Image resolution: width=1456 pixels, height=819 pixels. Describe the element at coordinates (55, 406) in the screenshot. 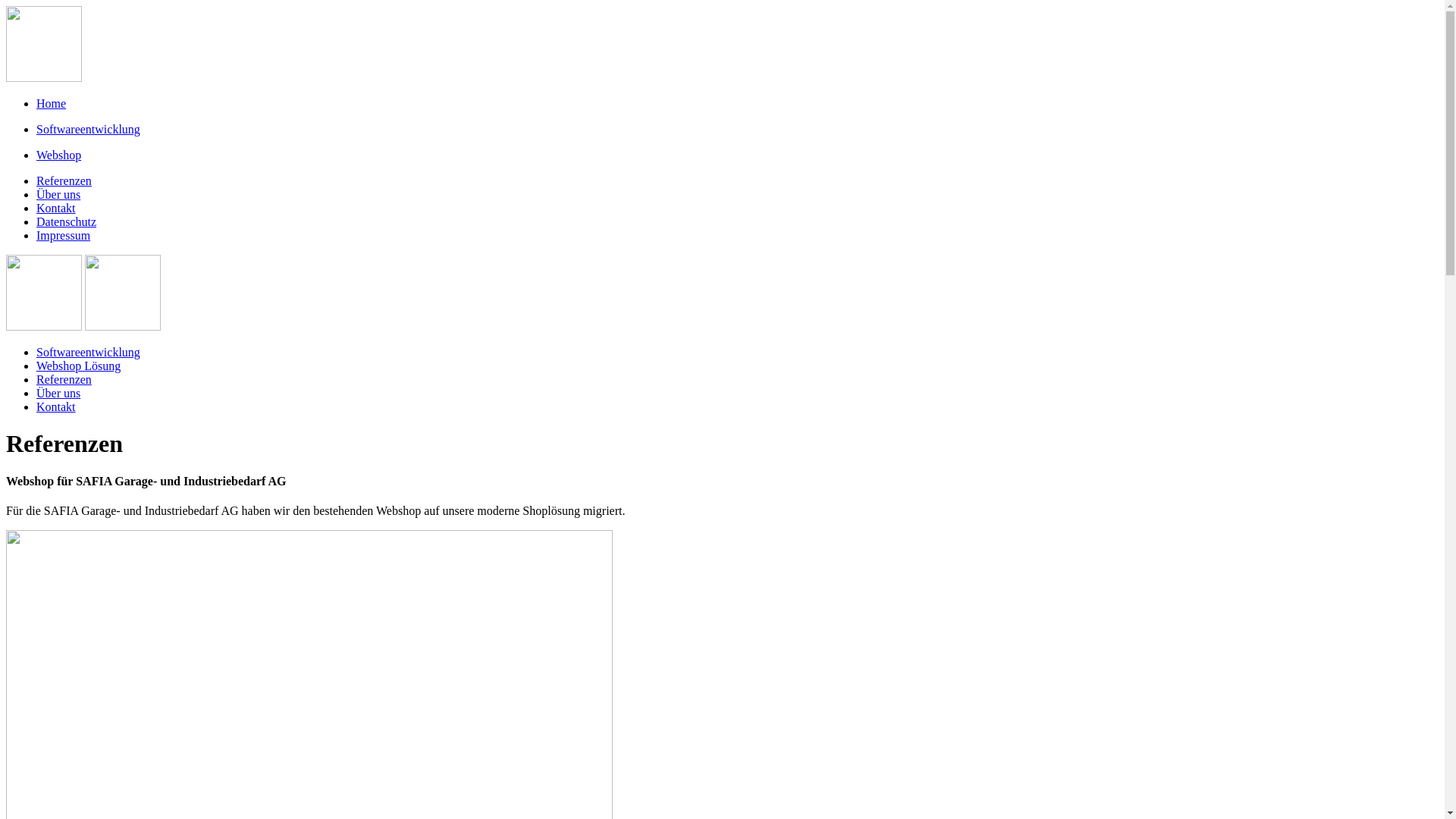

I see `'Kontakt'` at that location.